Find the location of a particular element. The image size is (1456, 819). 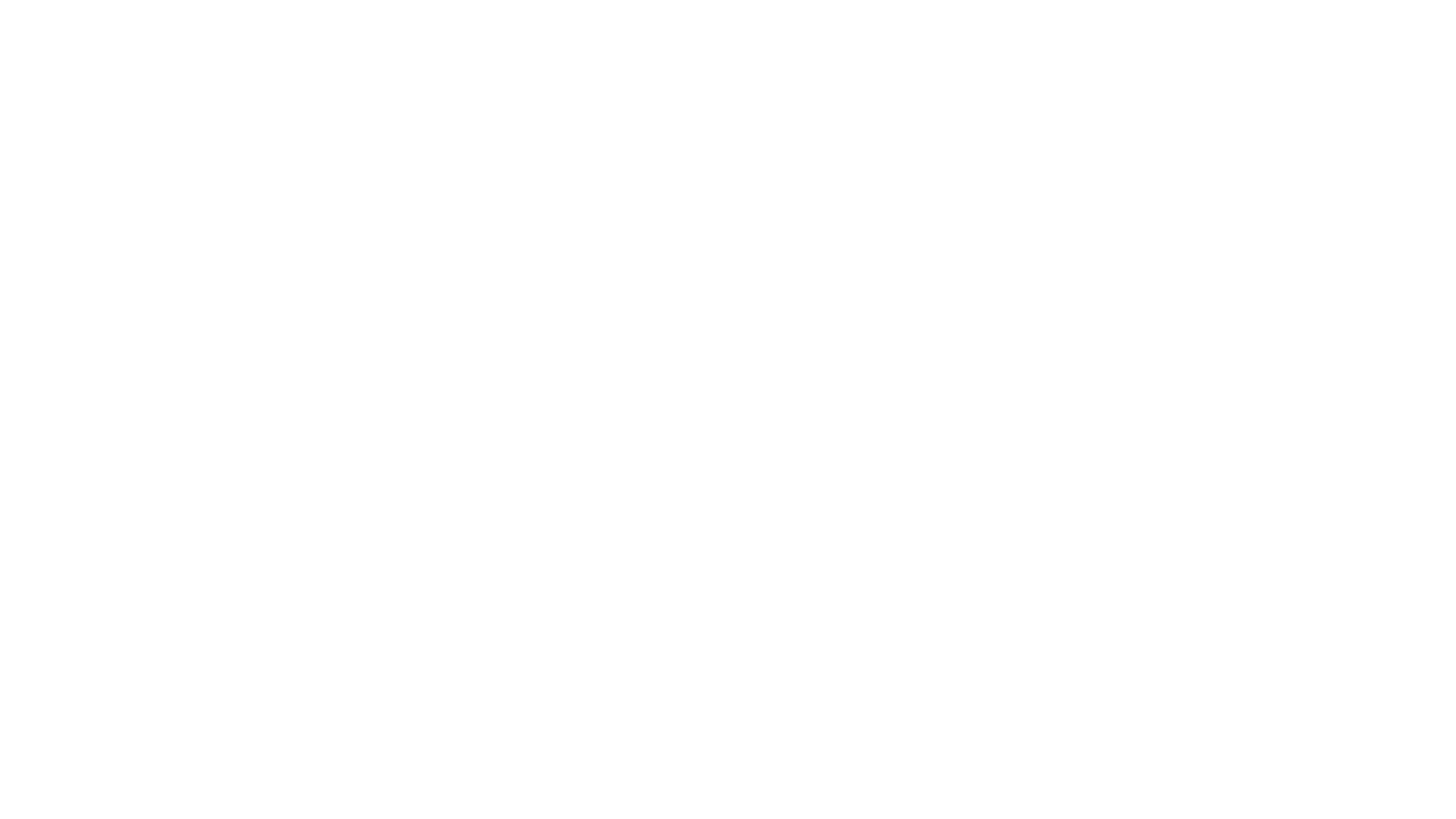

Select 5:30 PM on Mon, Jun 27, 2022 is located at coordinates (1078, 309).